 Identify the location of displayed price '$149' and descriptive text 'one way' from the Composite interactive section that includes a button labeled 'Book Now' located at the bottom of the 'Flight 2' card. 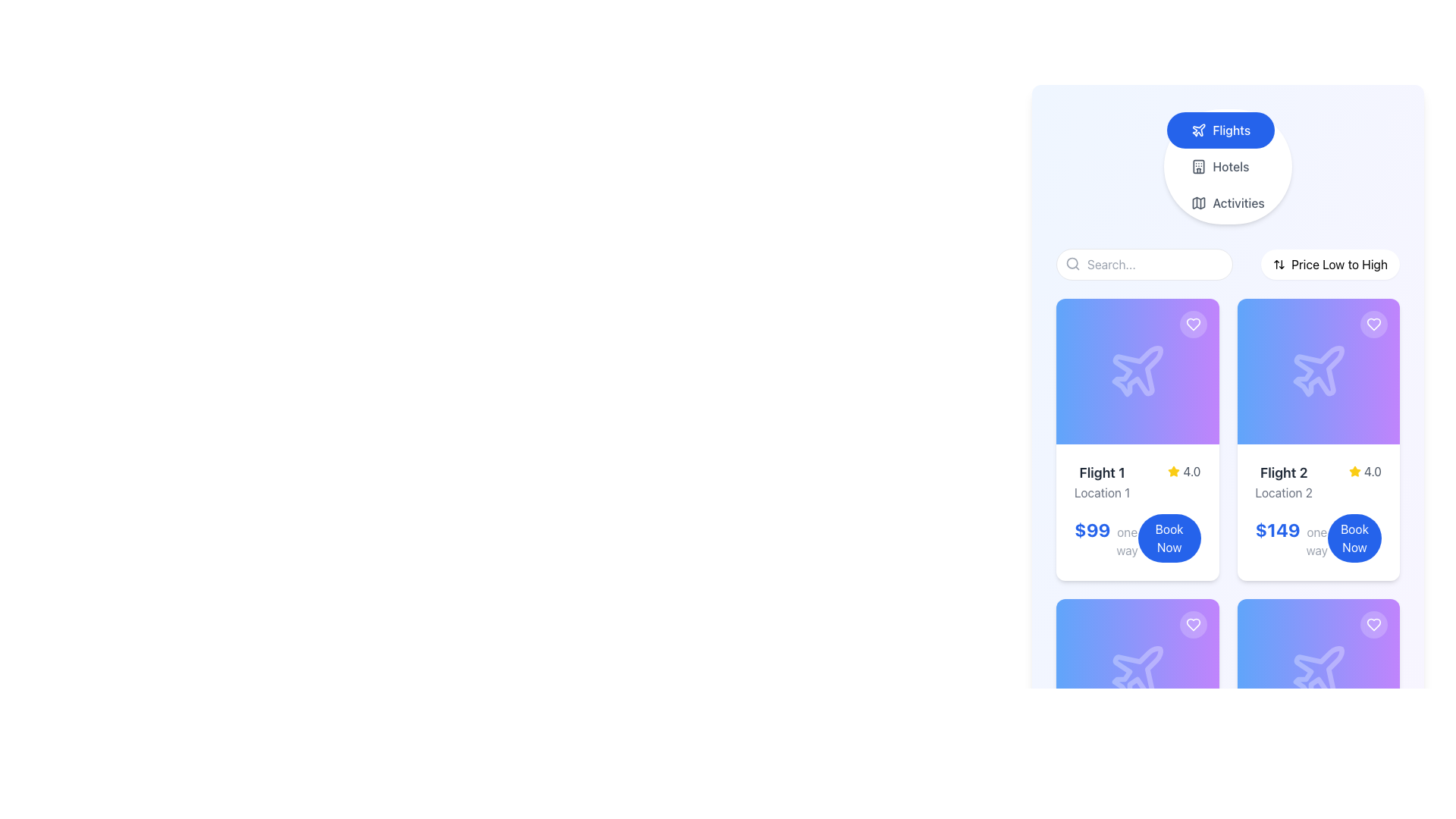
(1317, 537).